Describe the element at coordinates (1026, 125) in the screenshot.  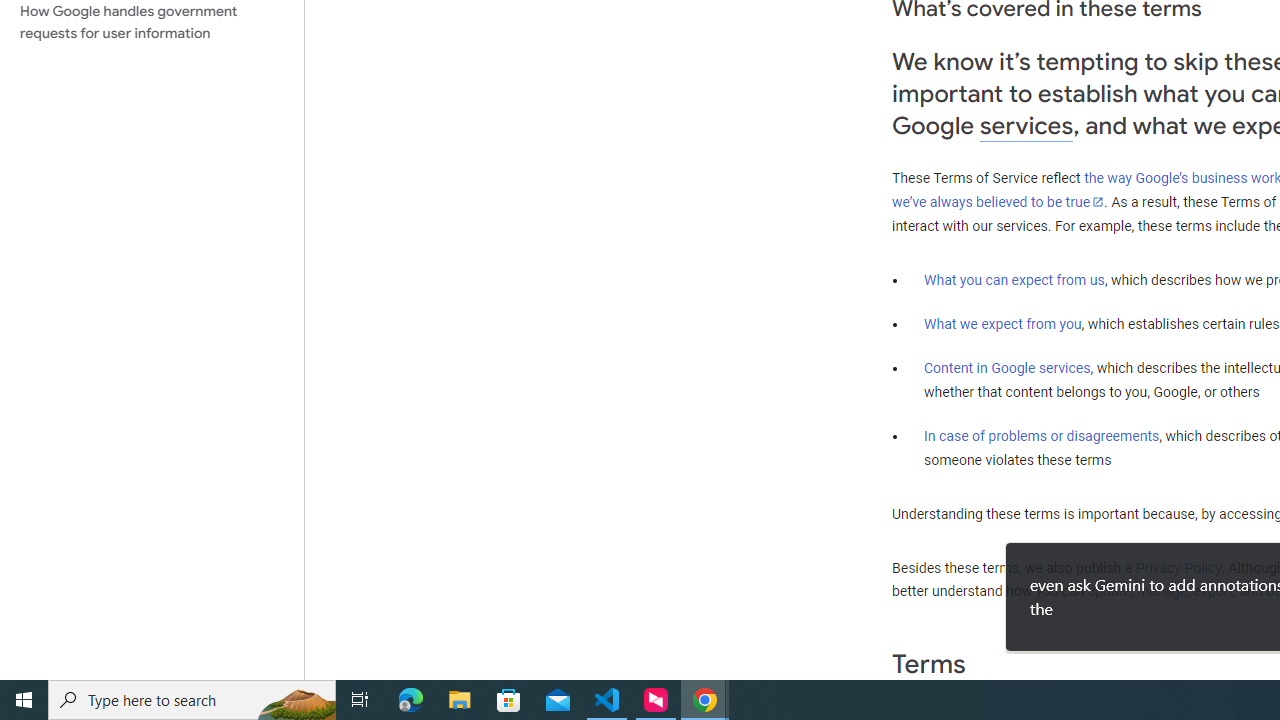
I see `'services'` at that location.